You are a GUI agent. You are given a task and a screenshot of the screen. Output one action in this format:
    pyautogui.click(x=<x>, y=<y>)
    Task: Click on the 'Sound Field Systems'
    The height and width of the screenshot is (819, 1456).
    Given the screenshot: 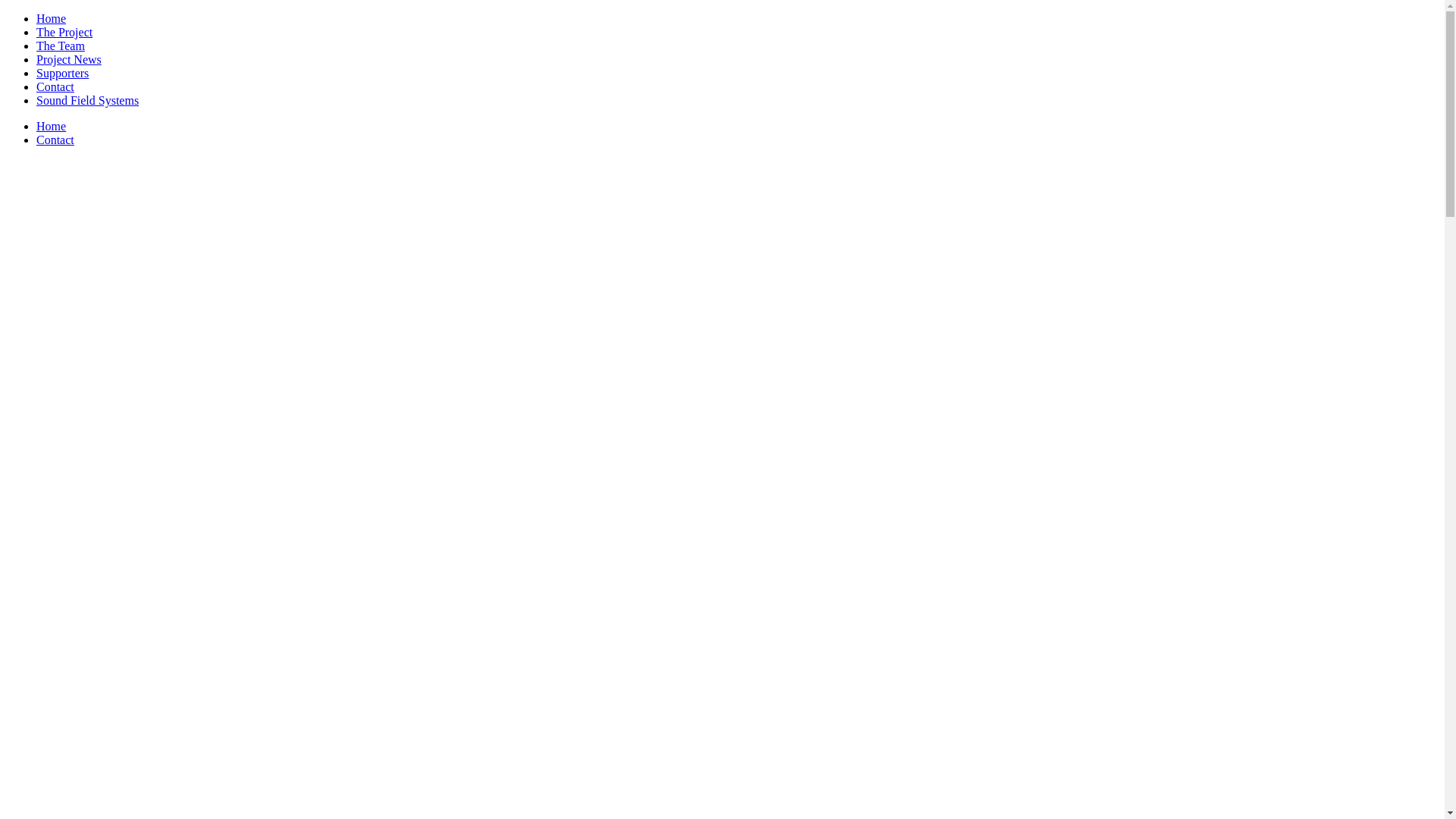 What is the action you would take?
    pyautogui.click(x=86, y=100)
    